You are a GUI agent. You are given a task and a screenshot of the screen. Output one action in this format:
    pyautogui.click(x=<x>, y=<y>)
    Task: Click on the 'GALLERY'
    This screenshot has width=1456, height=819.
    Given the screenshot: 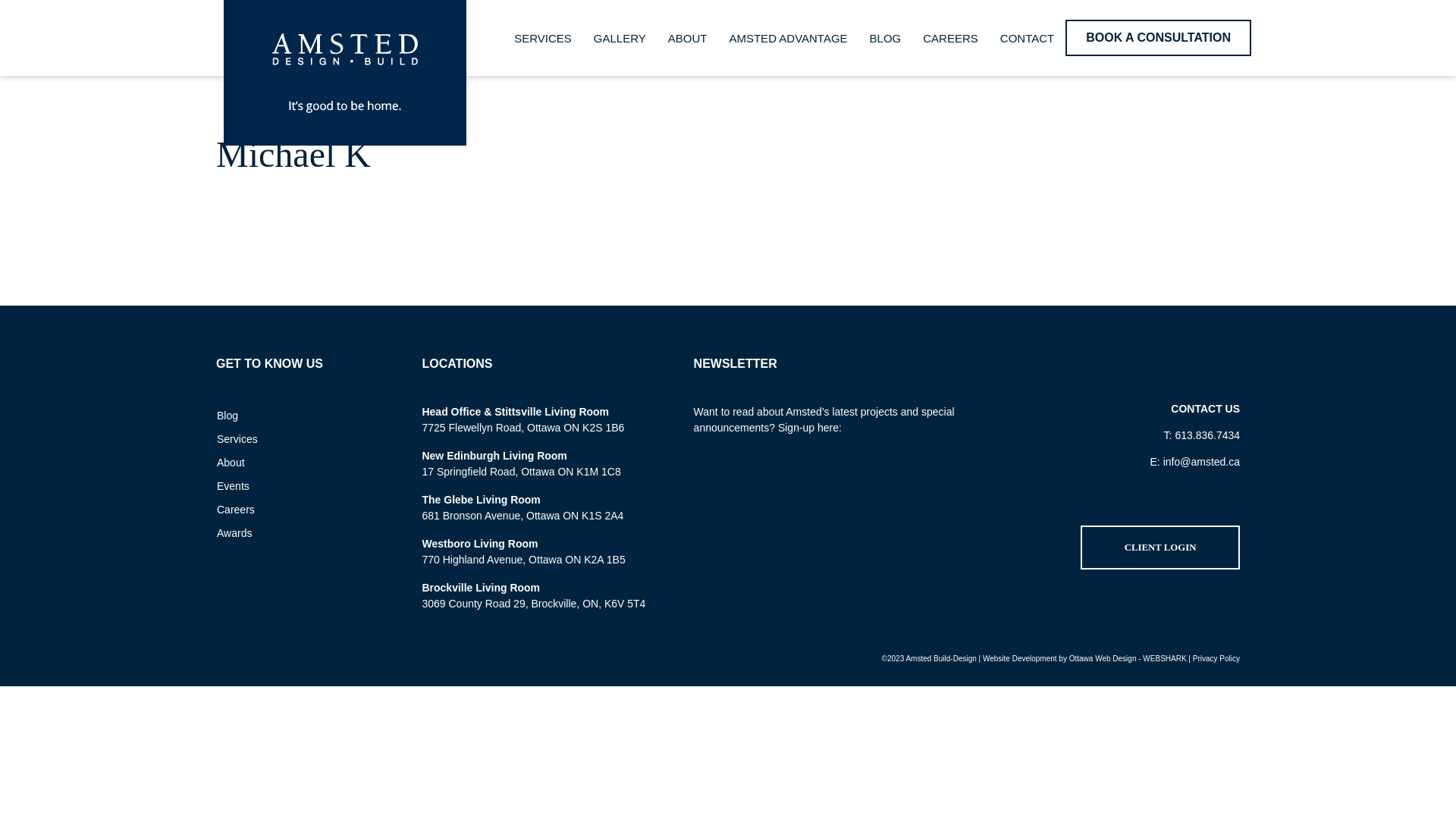 What is the action you would take?
    pyautogui.click(x=582, y=36)
    